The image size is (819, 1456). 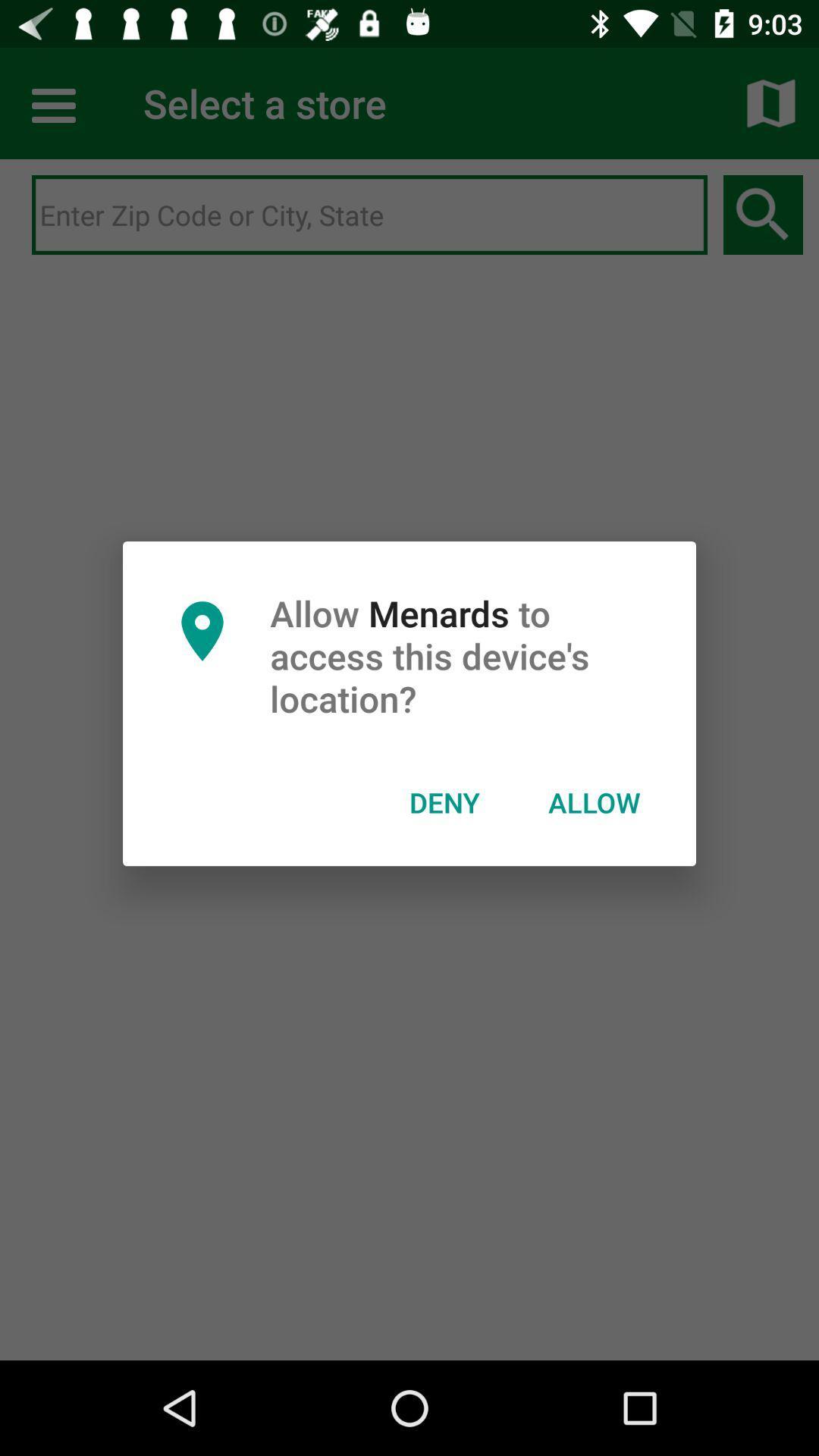 I want to click on advertisement, so click(x=369, y=215).